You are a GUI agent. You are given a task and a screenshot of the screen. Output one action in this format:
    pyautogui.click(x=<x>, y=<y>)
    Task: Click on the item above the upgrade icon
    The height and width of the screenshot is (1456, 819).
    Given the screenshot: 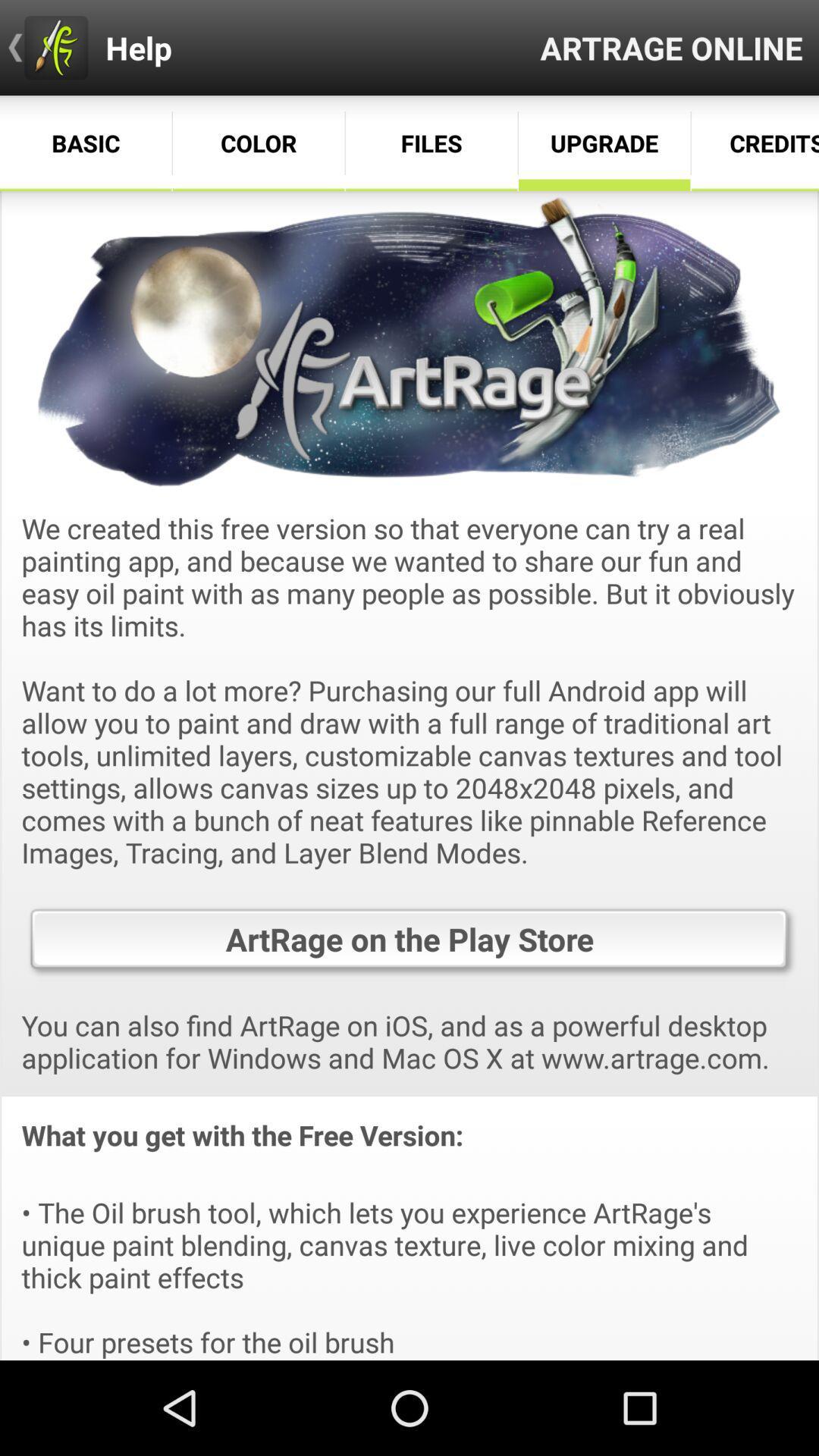 What is the action you would take?
    pyautogui.click(x=670, y=47)
    